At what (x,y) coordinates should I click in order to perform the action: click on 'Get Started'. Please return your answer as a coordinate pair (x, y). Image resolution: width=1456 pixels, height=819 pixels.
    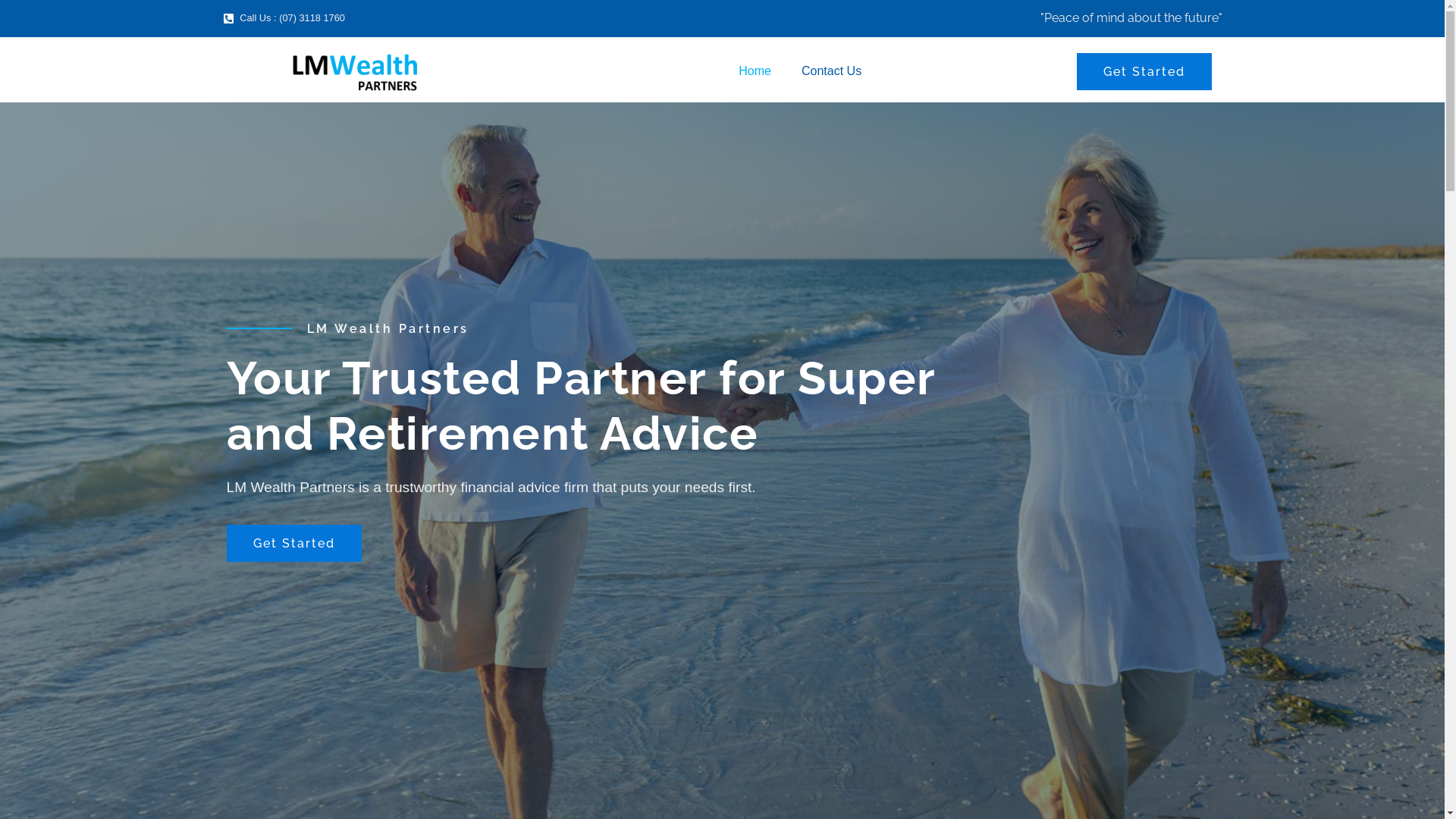
    Looking at the image, I should click on (293, 542).